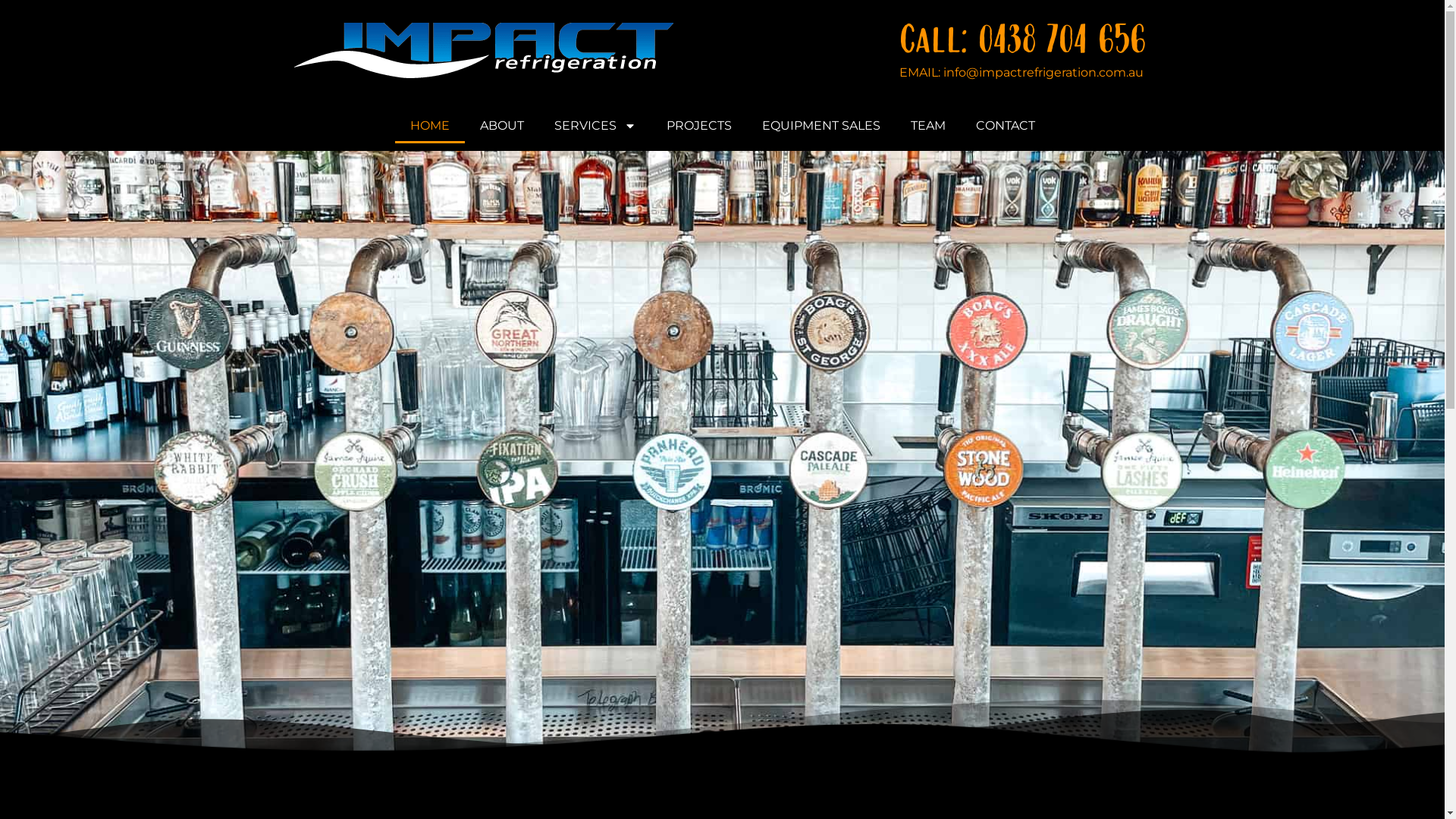 Image resolution: width=1456 pixels, height=819 pixels. What do you see at coordinates (1061, 39) in the screenshot?
I see `'0438 704 656'` at bounding box center [1061, 39].